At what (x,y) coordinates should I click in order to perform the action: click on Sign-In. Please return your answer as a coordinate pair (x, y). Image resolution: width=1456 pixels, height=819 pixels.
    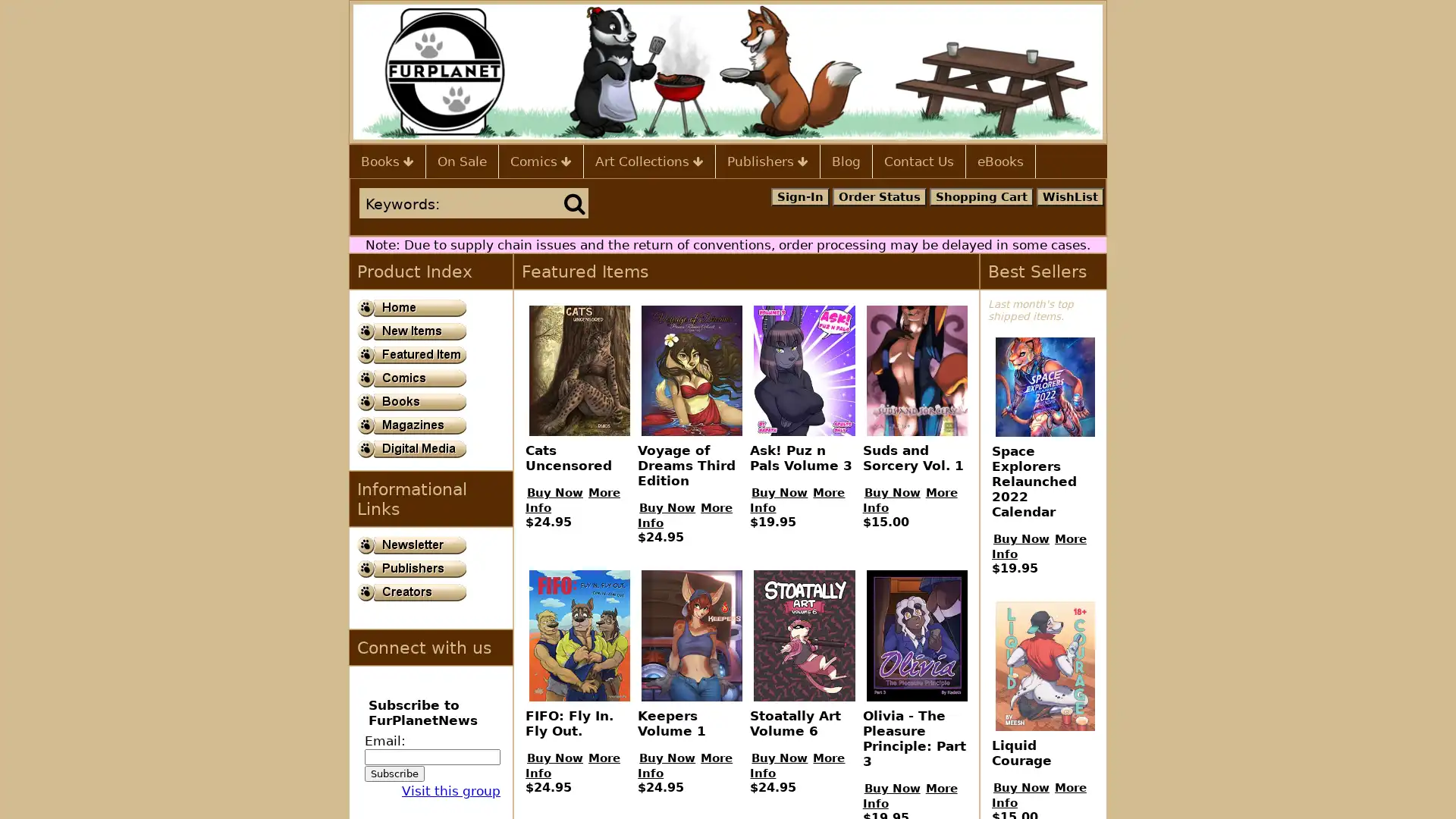
    Looking at the image, I should click on (799, 195).